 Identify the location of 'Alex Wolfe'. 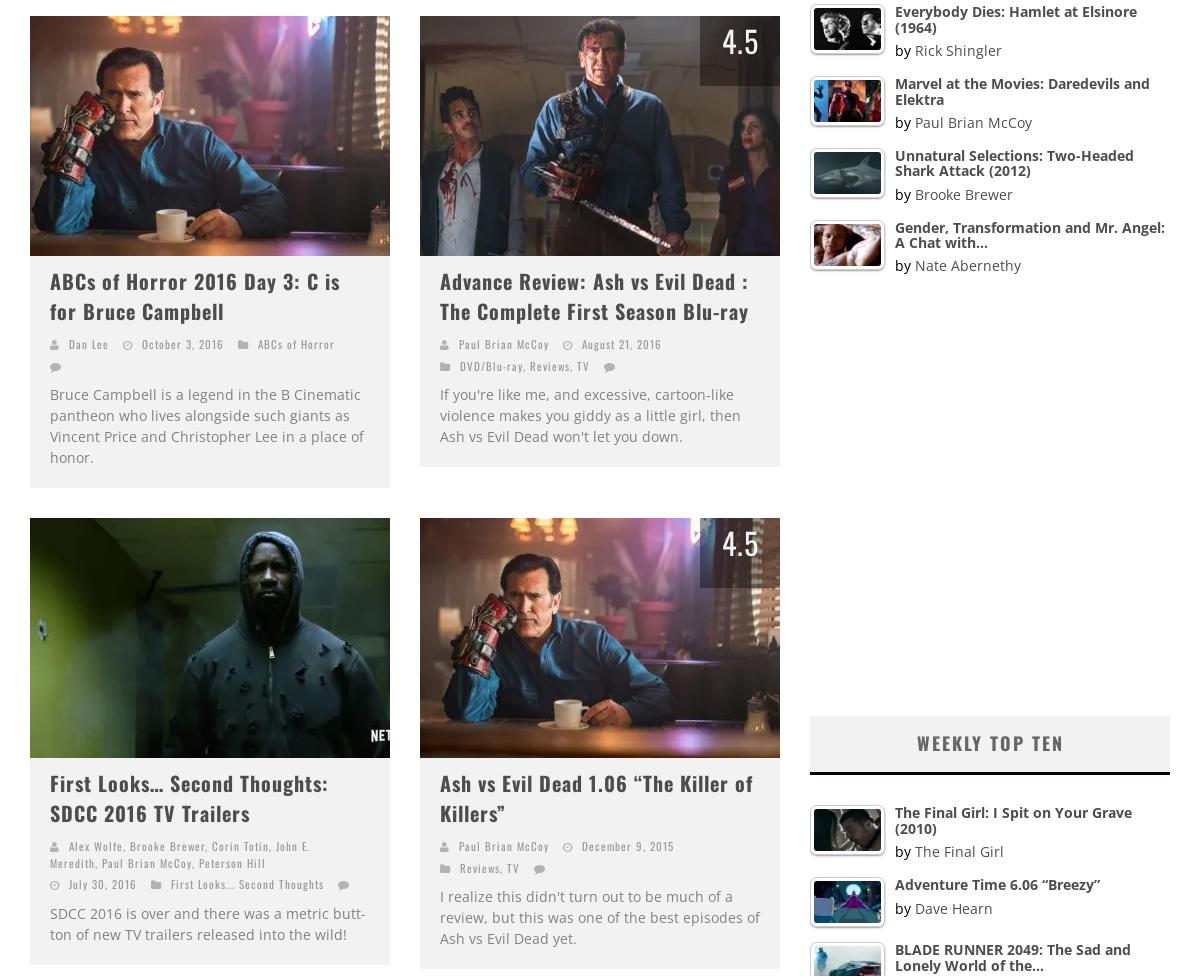
(96, 845).